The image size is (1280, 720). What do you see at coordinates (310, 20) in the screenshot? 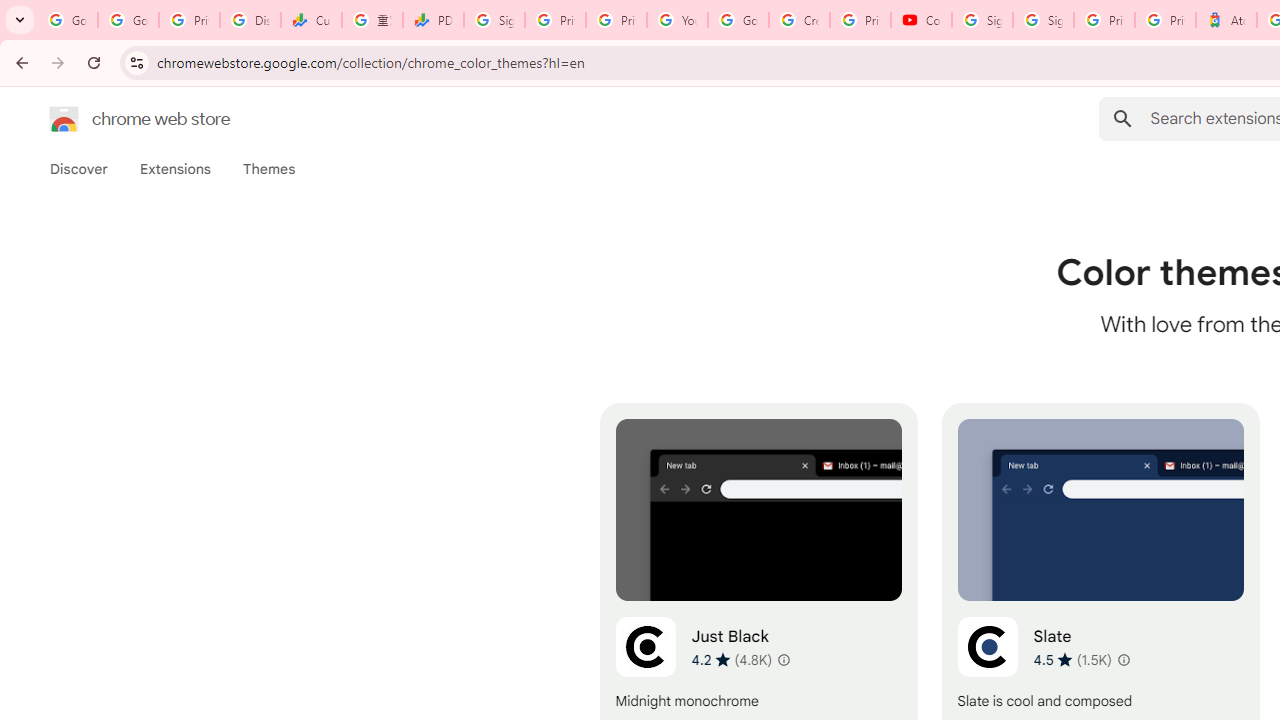
I see `'Currencies - Google Finance'` at bounding box center [310, 20].